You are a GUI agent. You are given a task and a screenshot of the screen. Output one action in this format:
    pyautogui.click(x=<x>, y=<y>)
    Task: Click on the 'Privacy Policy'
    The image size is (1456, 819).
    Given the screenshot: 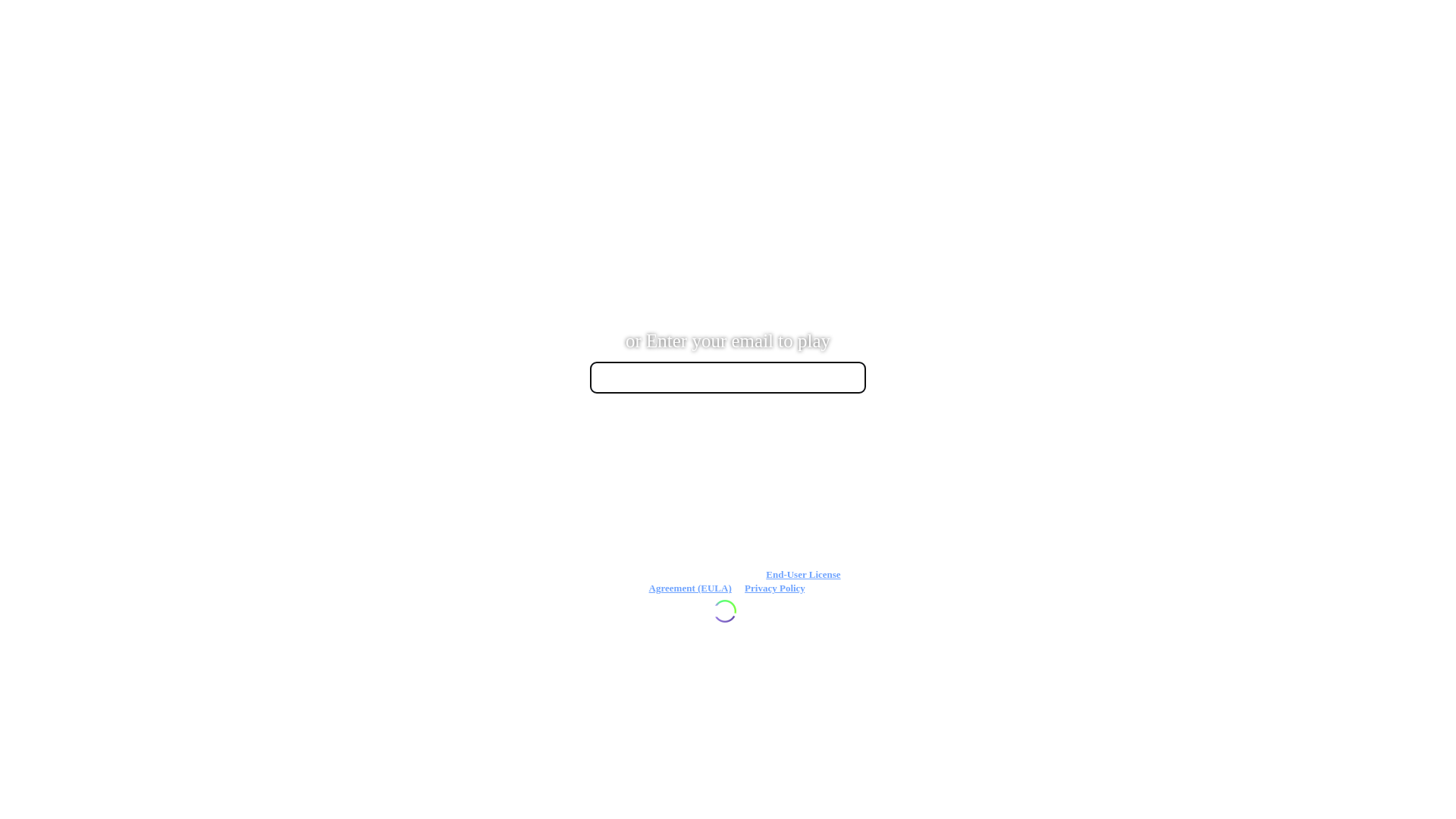 What is the action you would take?
    pyautogui.click(x=745, y=587)
    